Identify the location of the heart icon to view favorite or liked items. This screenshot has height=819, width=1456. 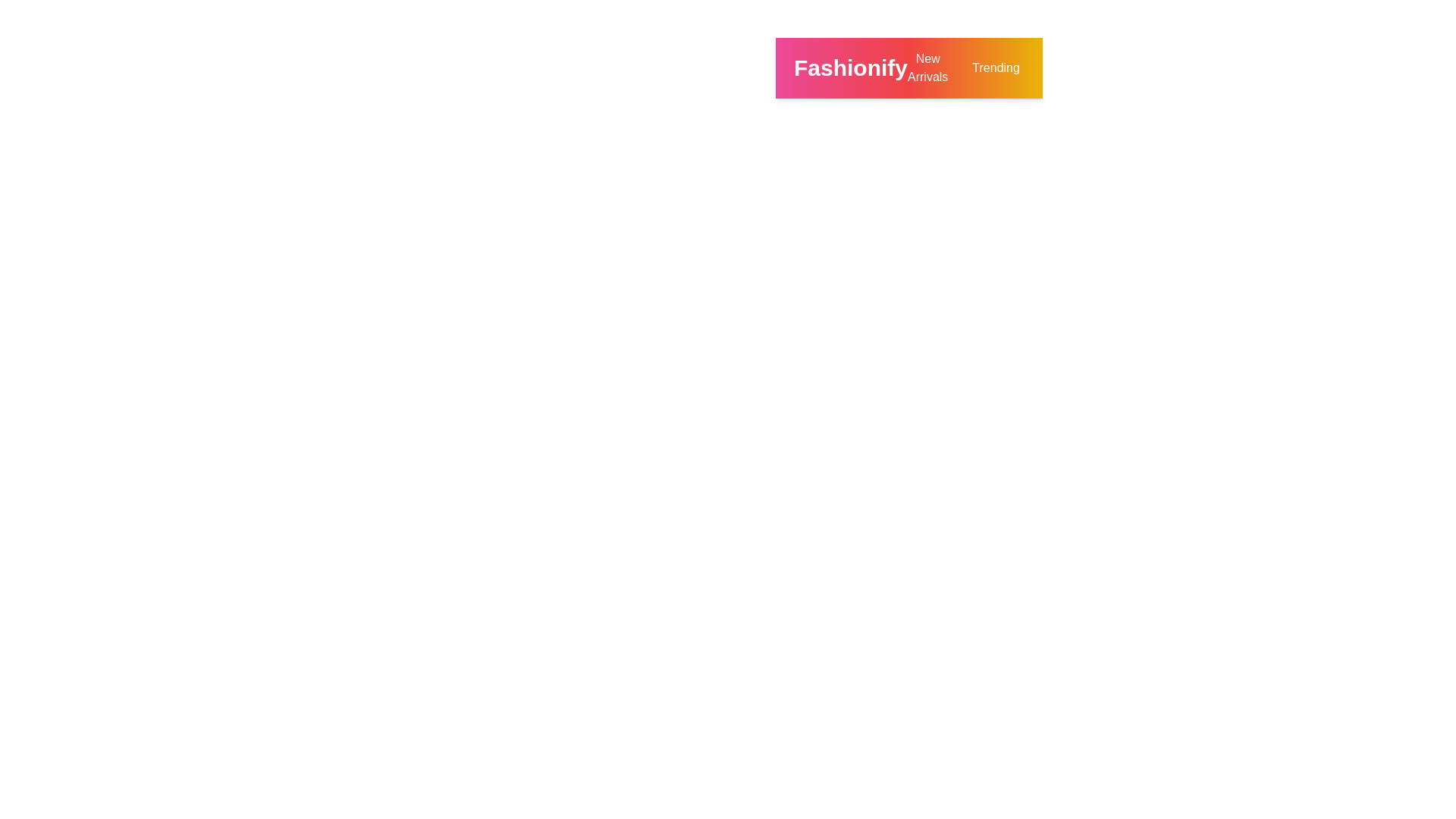
(1210, 67).